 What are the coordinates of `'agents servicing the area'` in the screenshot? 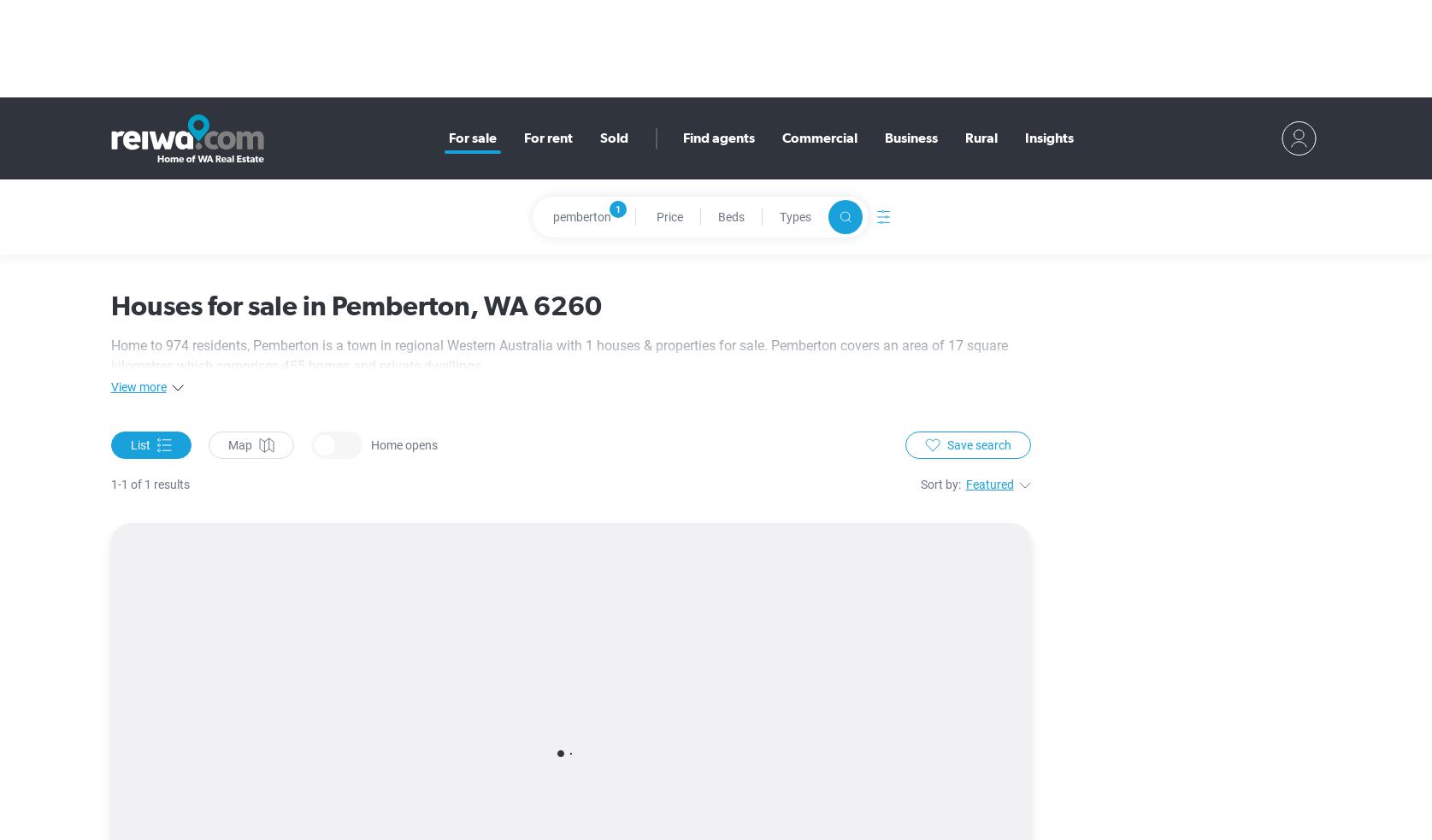 It's located at (716, 460).